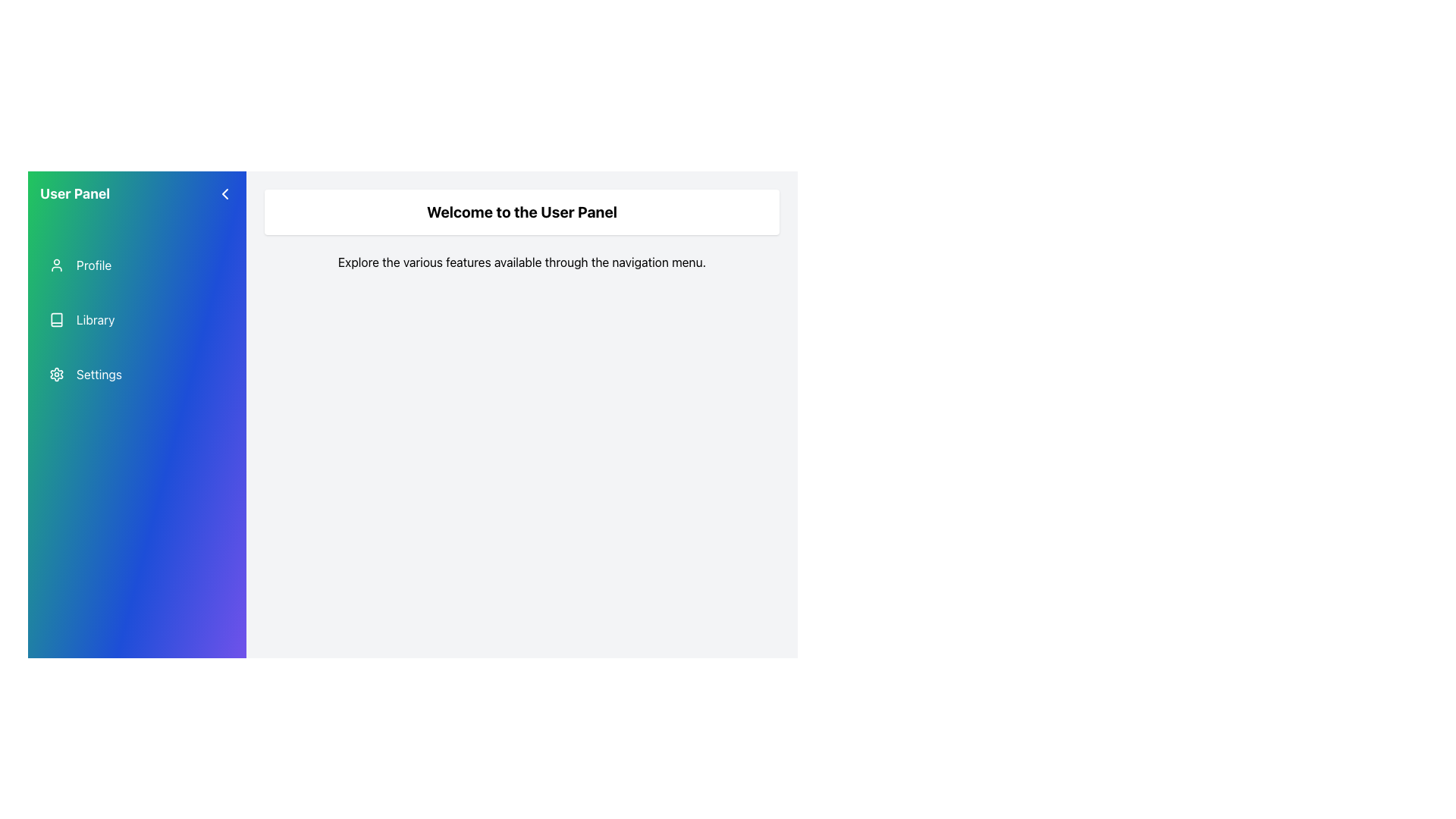  Describe the element at coordinates (74, 193) in the screenshot. I see `the text label that serves as the title for the navigation panel, located in the top-left corner of the side navigation panel` at that location.